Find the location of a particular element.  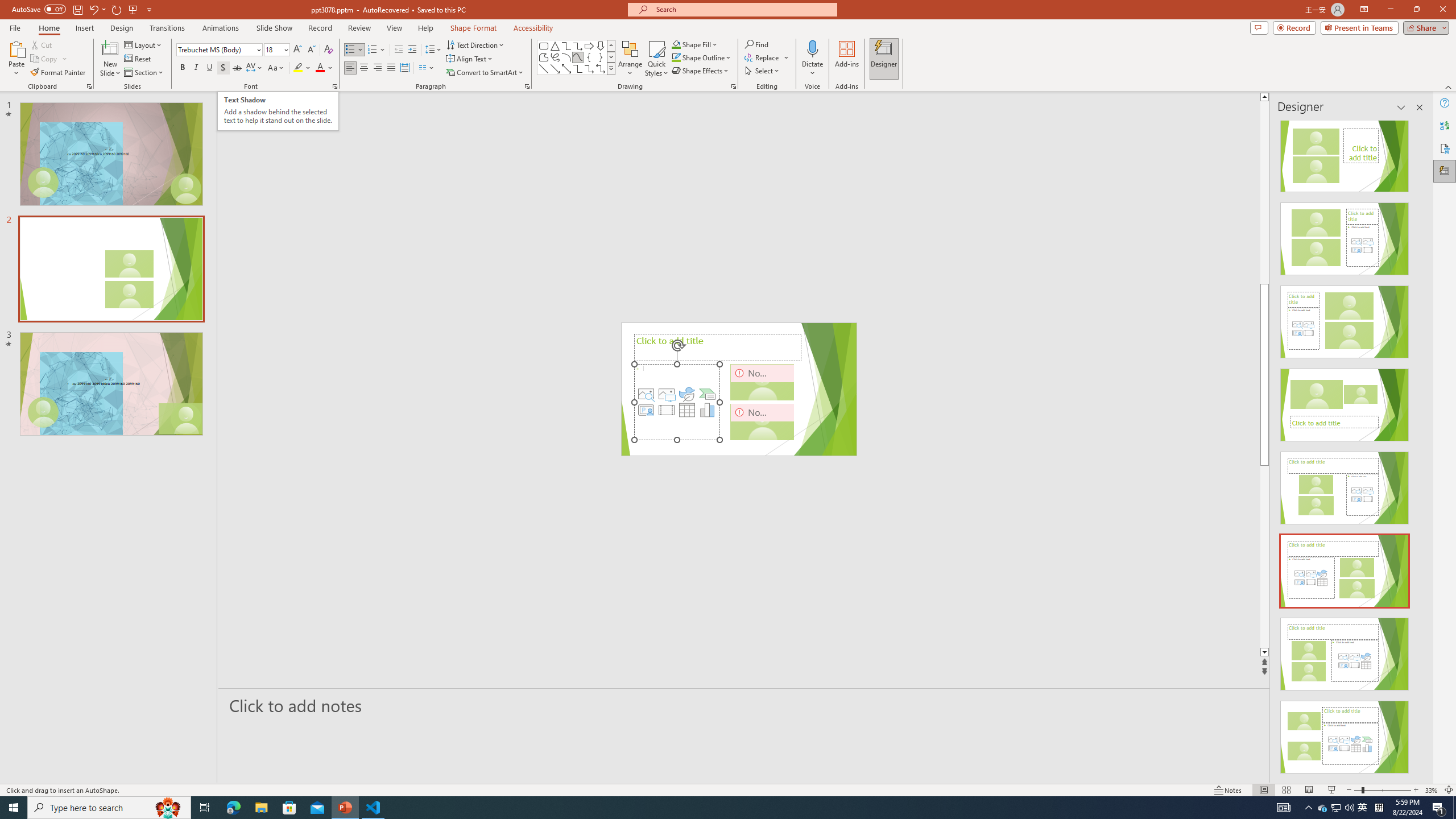

'Camera 3, No camera detected.' is located at coordinates (762, 421).